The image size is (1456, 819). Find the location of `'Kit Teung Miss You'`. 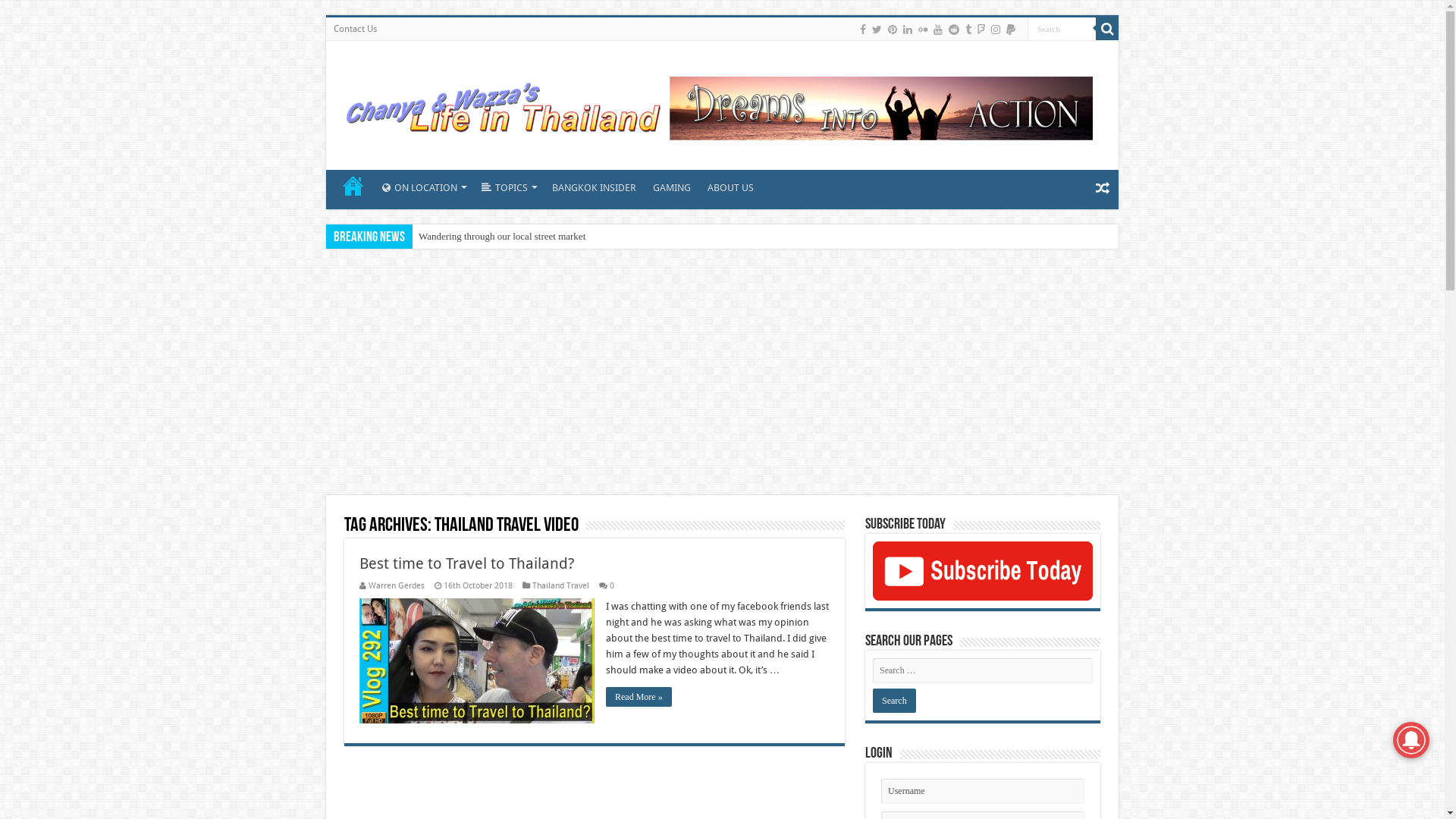

'Kit Teung Miss You' is located at coordinates (457, 237).